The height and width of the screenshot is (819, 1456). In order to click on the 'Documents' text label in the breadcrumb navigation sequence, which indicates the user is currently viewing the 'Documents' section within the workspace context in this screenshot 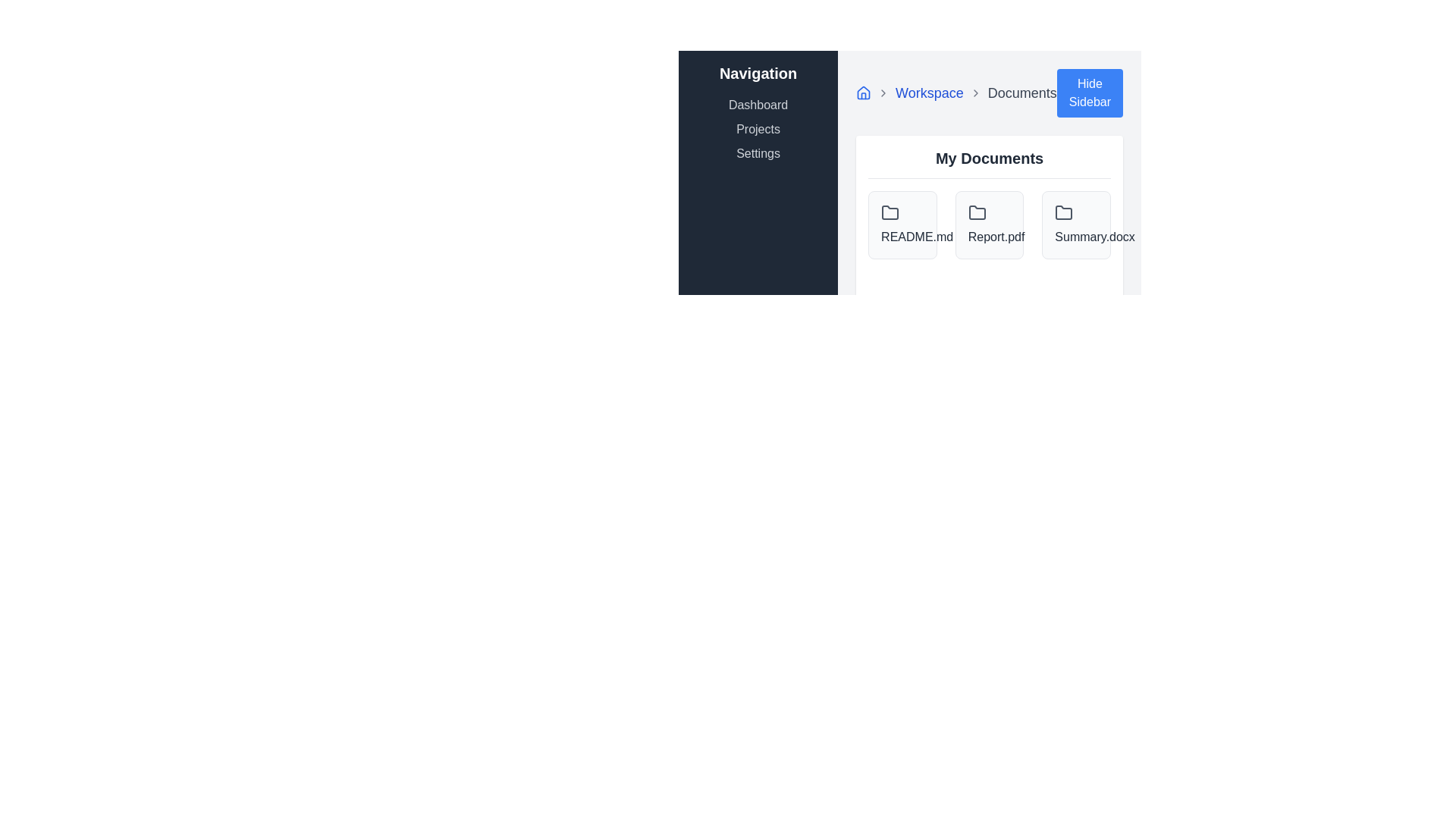, I will do `click(1022, 93)`.